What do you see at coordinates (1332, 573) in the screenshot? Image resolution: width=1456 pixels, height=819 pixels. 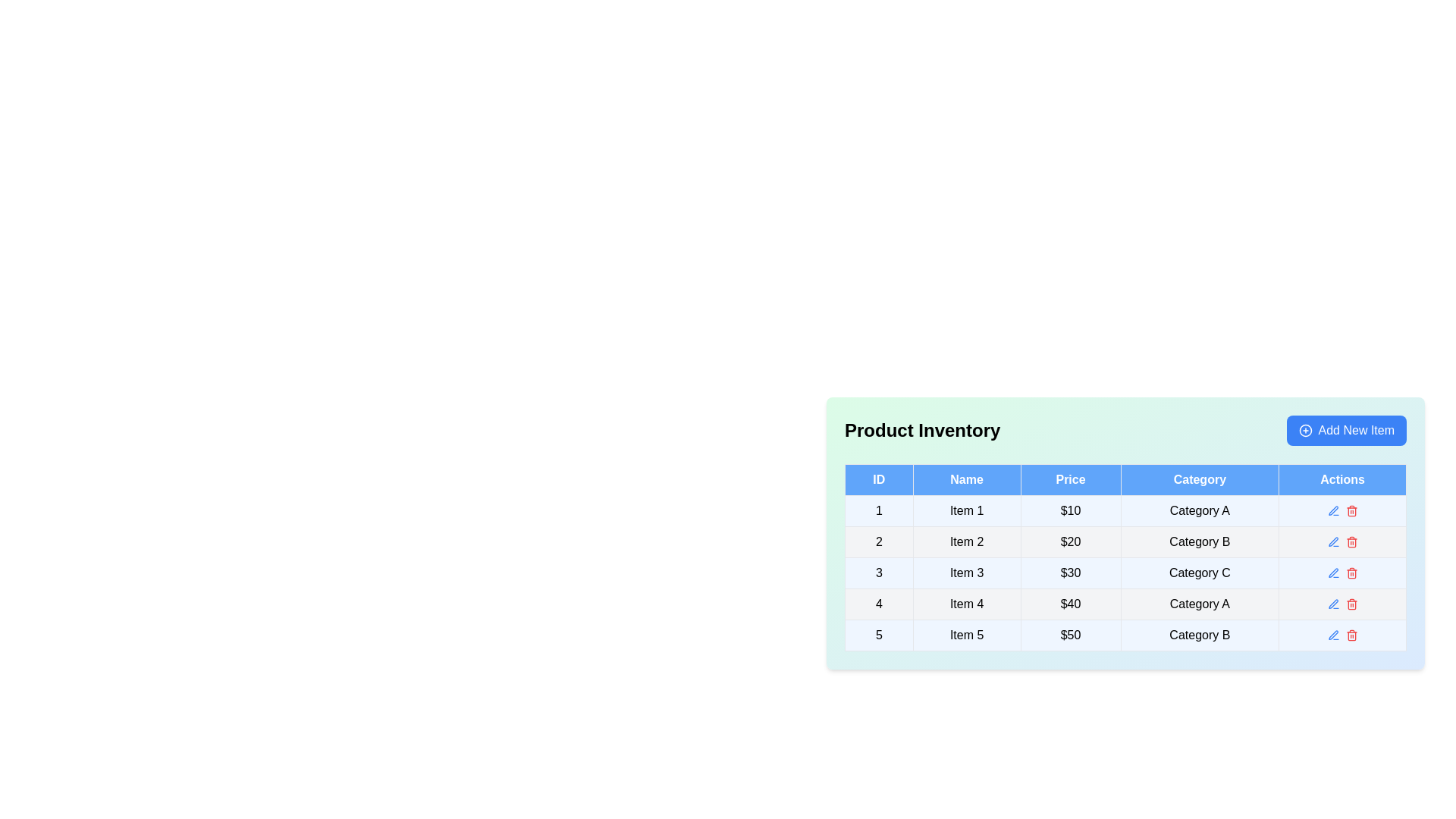 I see `the SVG Pen Edit Icon in the Actions column of the third row of the table` at bounding box center [1332, 573].